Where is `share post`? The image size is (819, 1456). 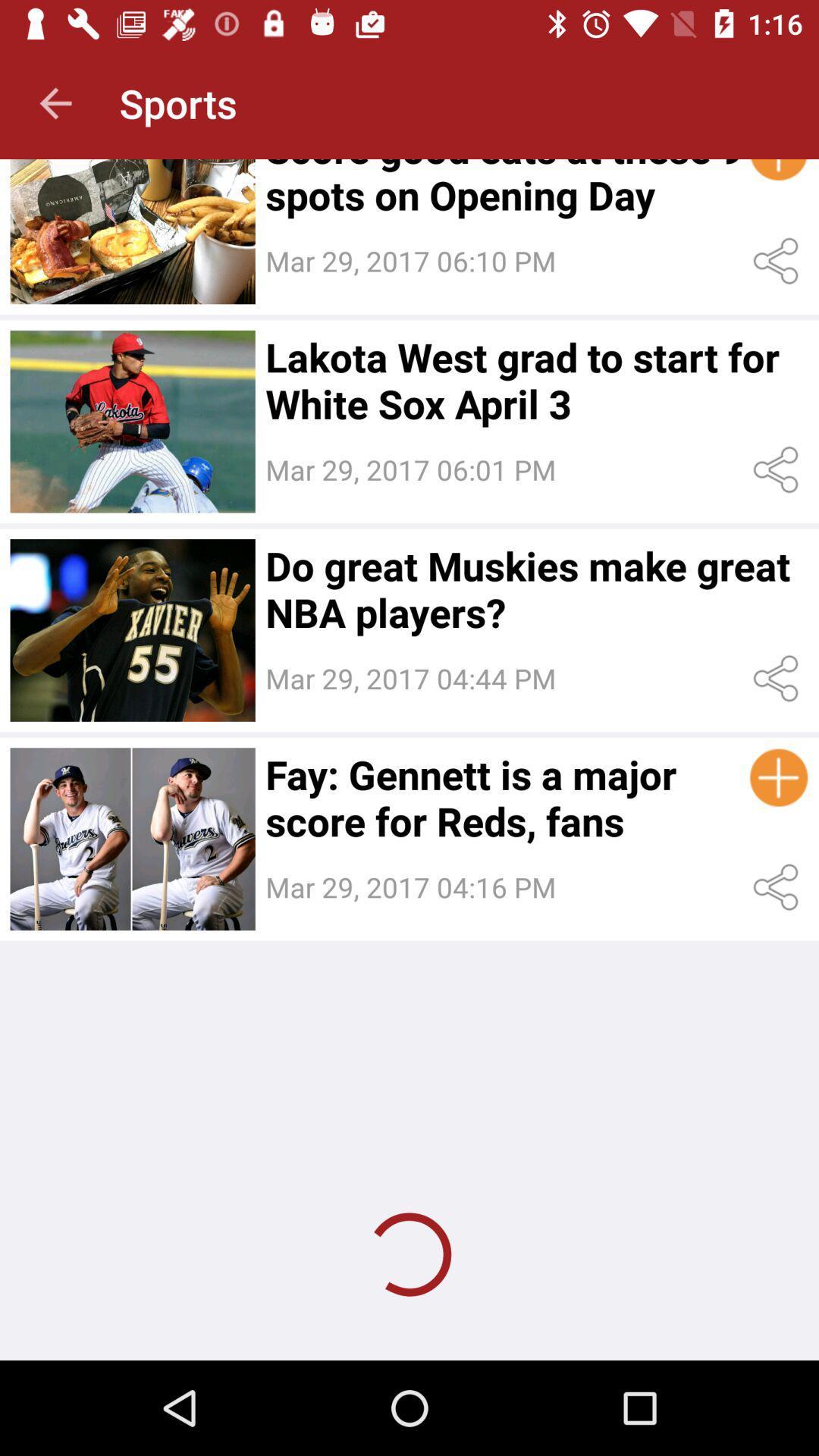 share post is located at coordinates (779, 887).